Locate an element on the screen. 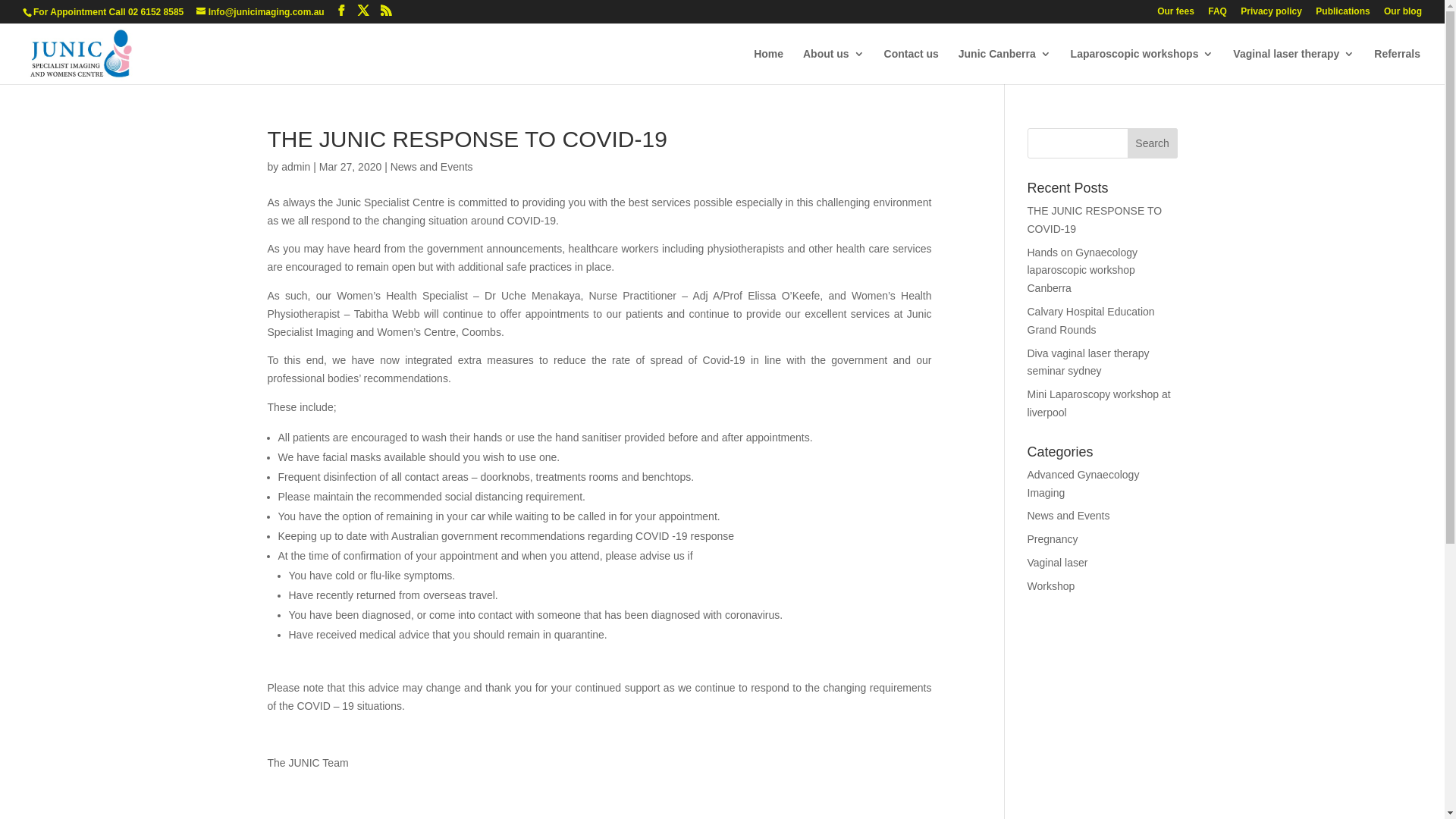 This screenshot has height=819, width=1456. 'News and Events' is located at coordinates (1067, 514).